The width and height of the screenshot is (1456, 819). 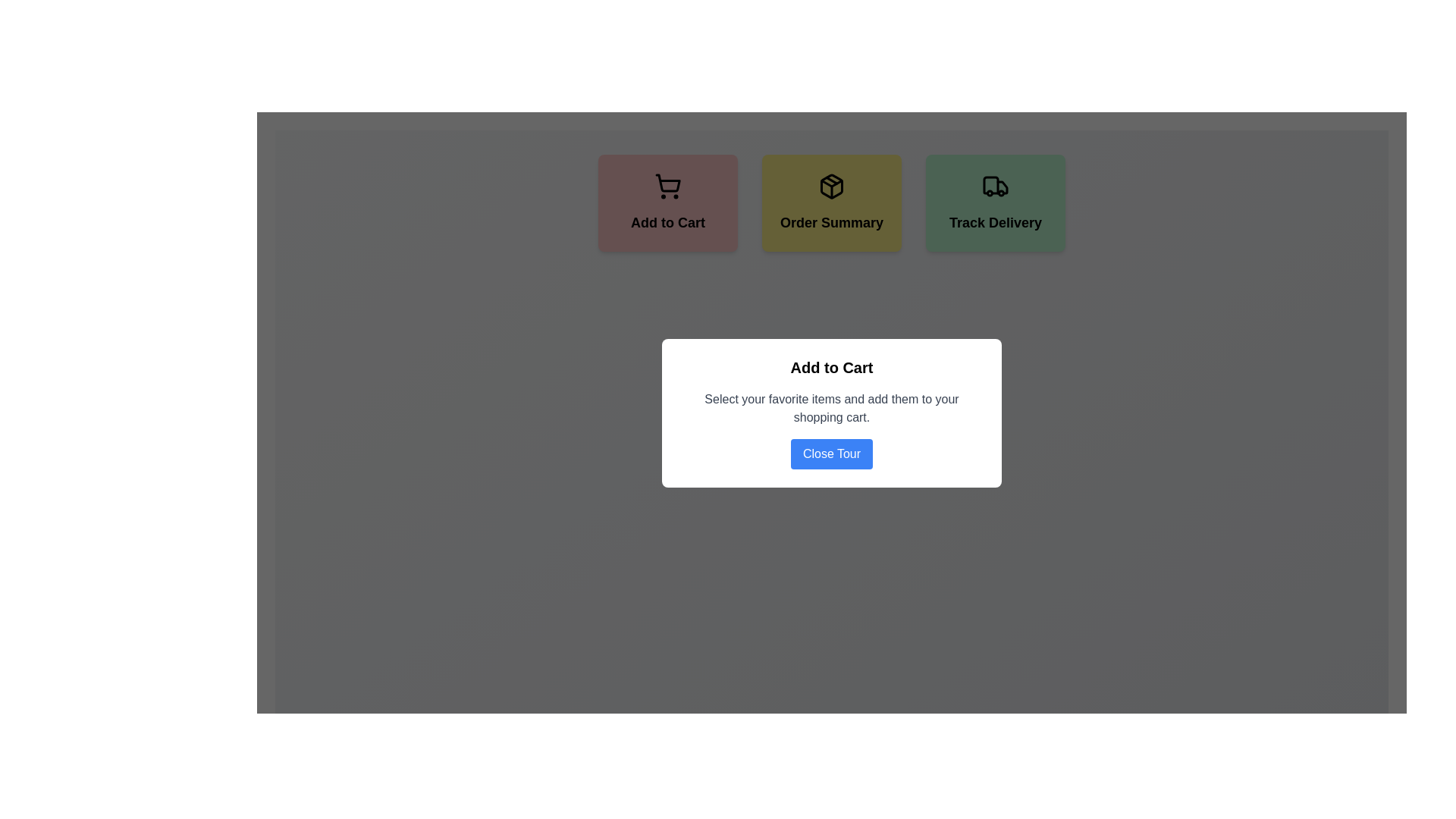 What do you see at coordinates (831, 186) in the screenshot?
I see `the icon representing the order summary section located in the center area of the yellow card labeled 'Order Summary', positioned above the text within this card` at bounding box center [831, 186].